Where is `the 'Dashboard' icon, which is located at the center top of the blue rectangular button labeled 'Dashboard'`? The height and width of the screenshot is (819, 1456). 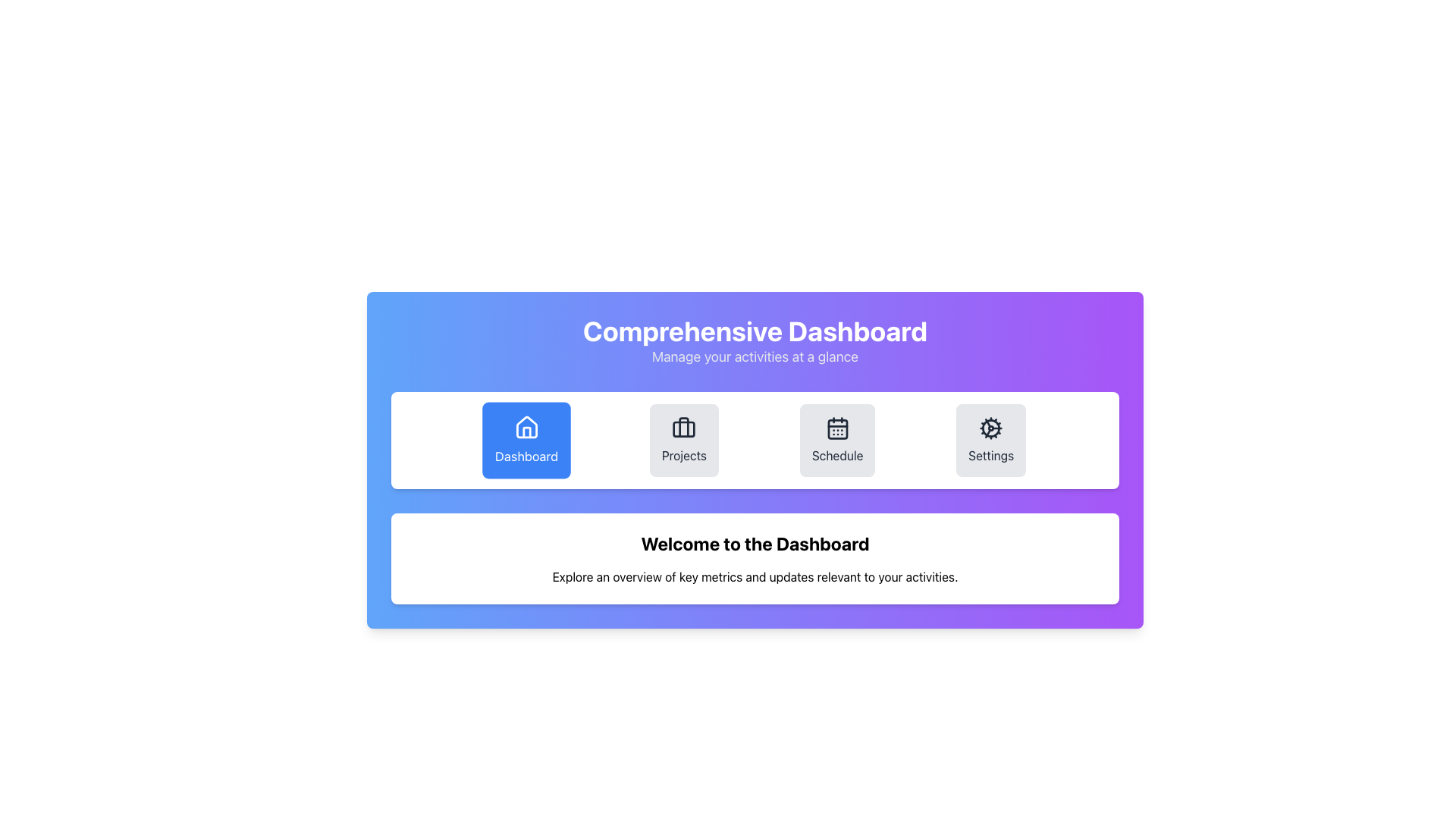
the 'Dashboard' icon, which is located at the center top of the blue rectangular button labeled 'Dashboard' is located at coordinates (526, 428).